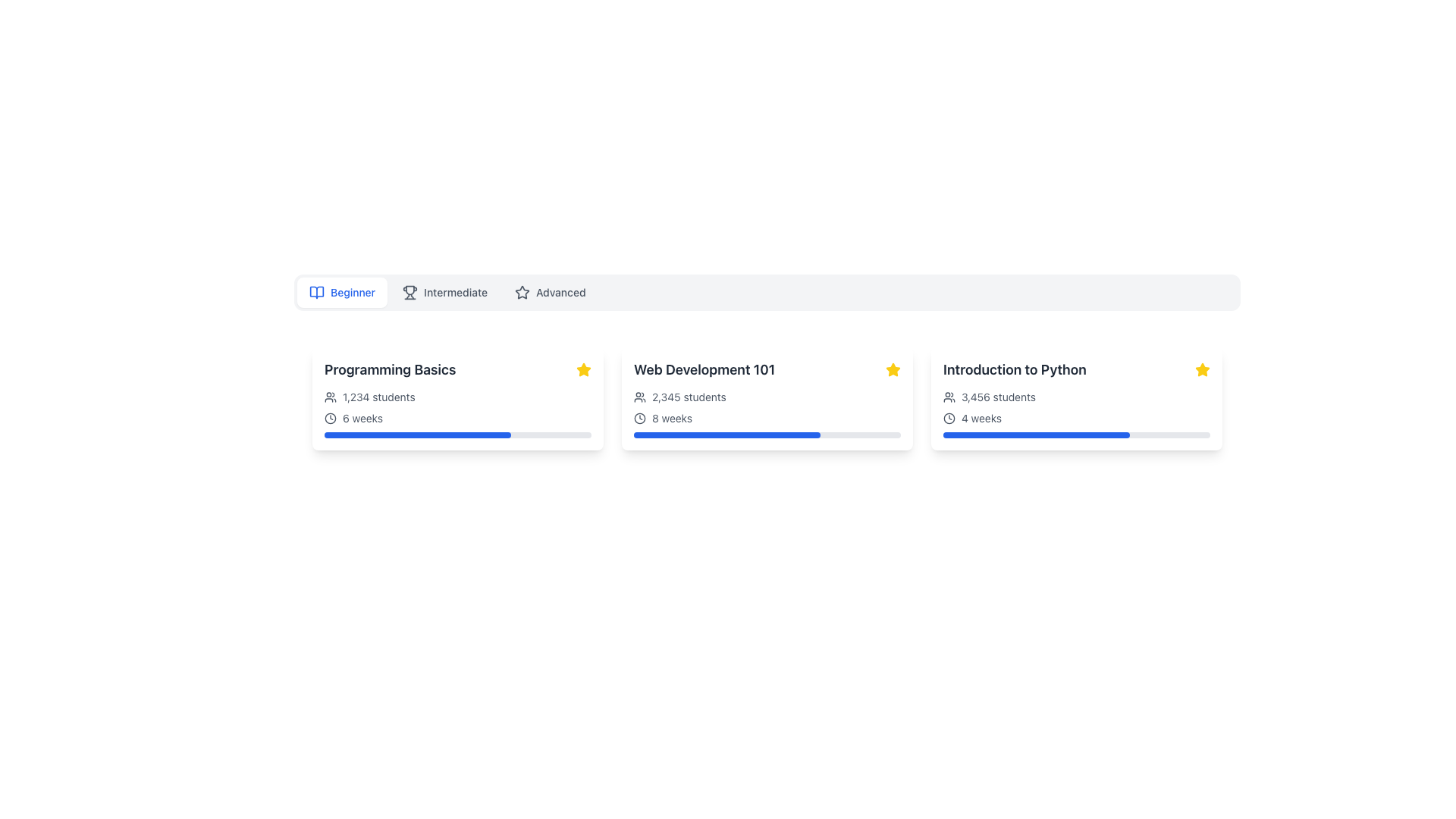 The height and width of the screenshot is (819, 1456). I want to click on the icon indicating the number of students associated with the 'Introduction to Python' course, located adjacent to the text '3,456 students' on its left, so click(949, 397).